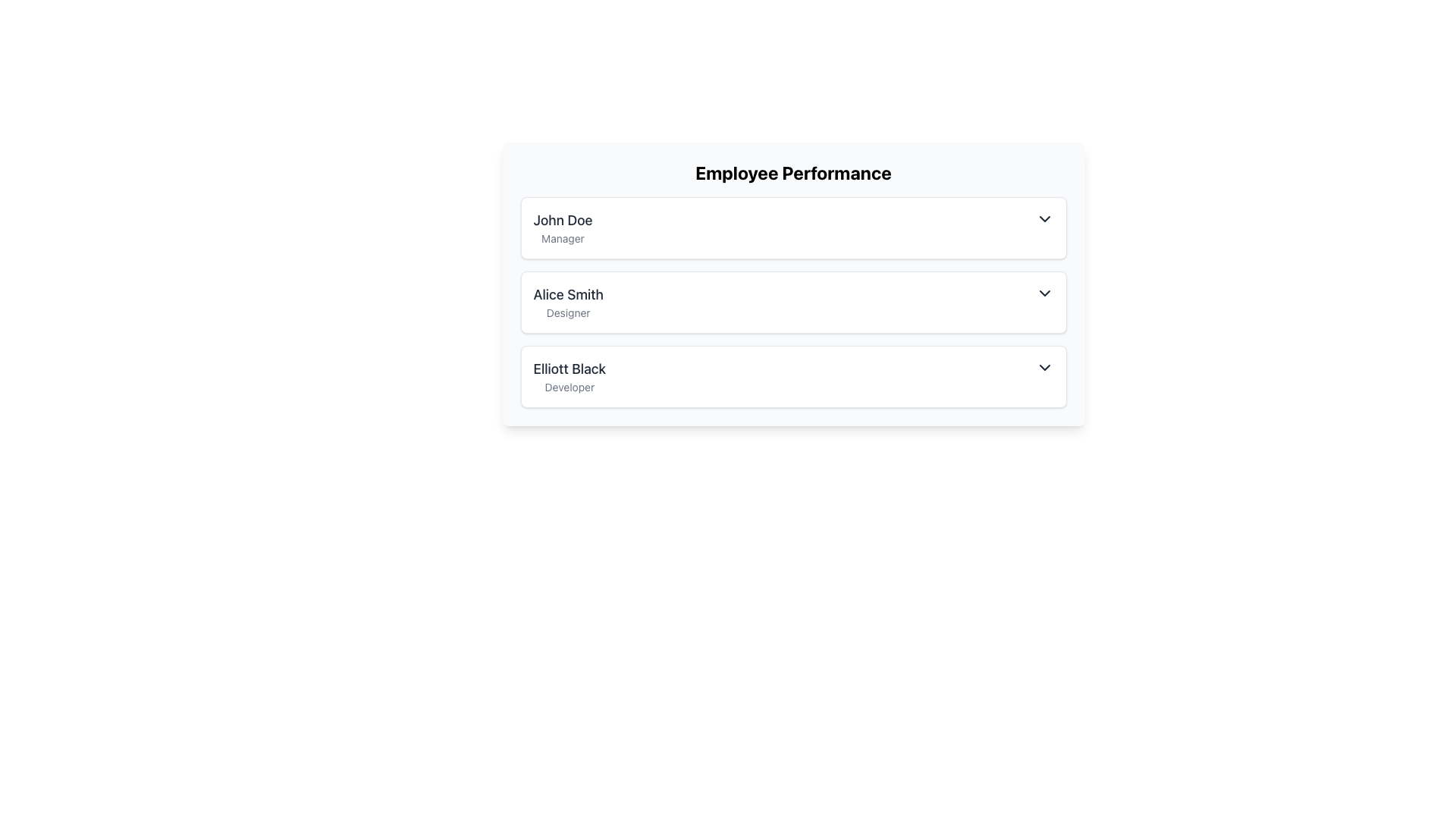  I want to click on the Dropdown indicator icon located to the far right of the 'John Doe' and 'Manager' texts, so click(1043, 219).